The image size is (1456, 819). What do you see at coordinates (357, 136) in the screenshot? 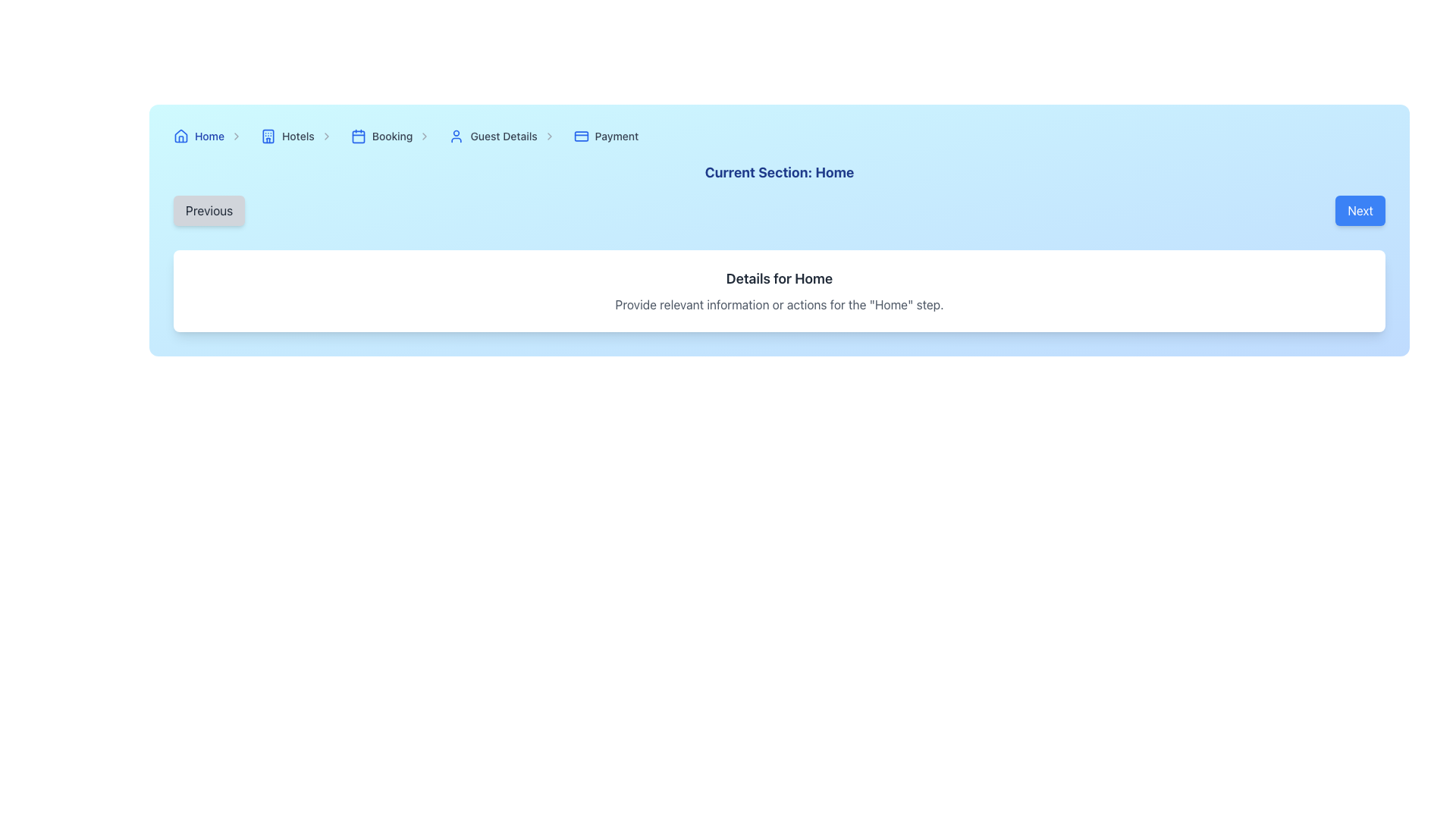
I see `the blue calendar icon with a rounded border located in the breadcrumb navigation bar, positioned between 'Hotels' and 'Guest Details', associated with the 'Booking' step` at bounding box center [357, 136].